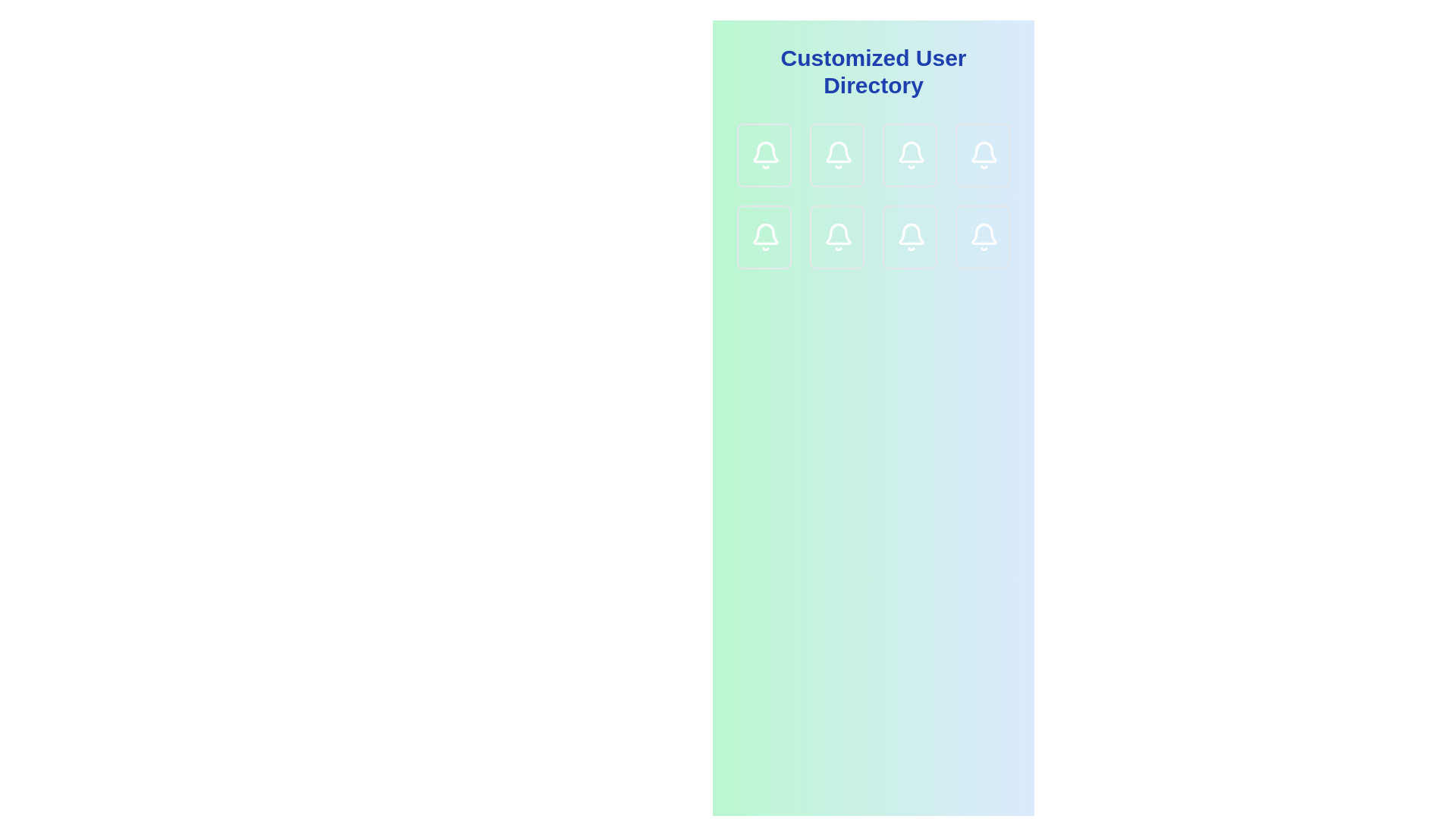 The image size is (1456, 819). Describe the element at coordinates (765, 237) in the screenshot. I see `the bell-shaped icon located in the first column of the second row of a grid layout, which is rendered in white color on a light green background, positioned below the title 'Customized User Directory'` at that location.